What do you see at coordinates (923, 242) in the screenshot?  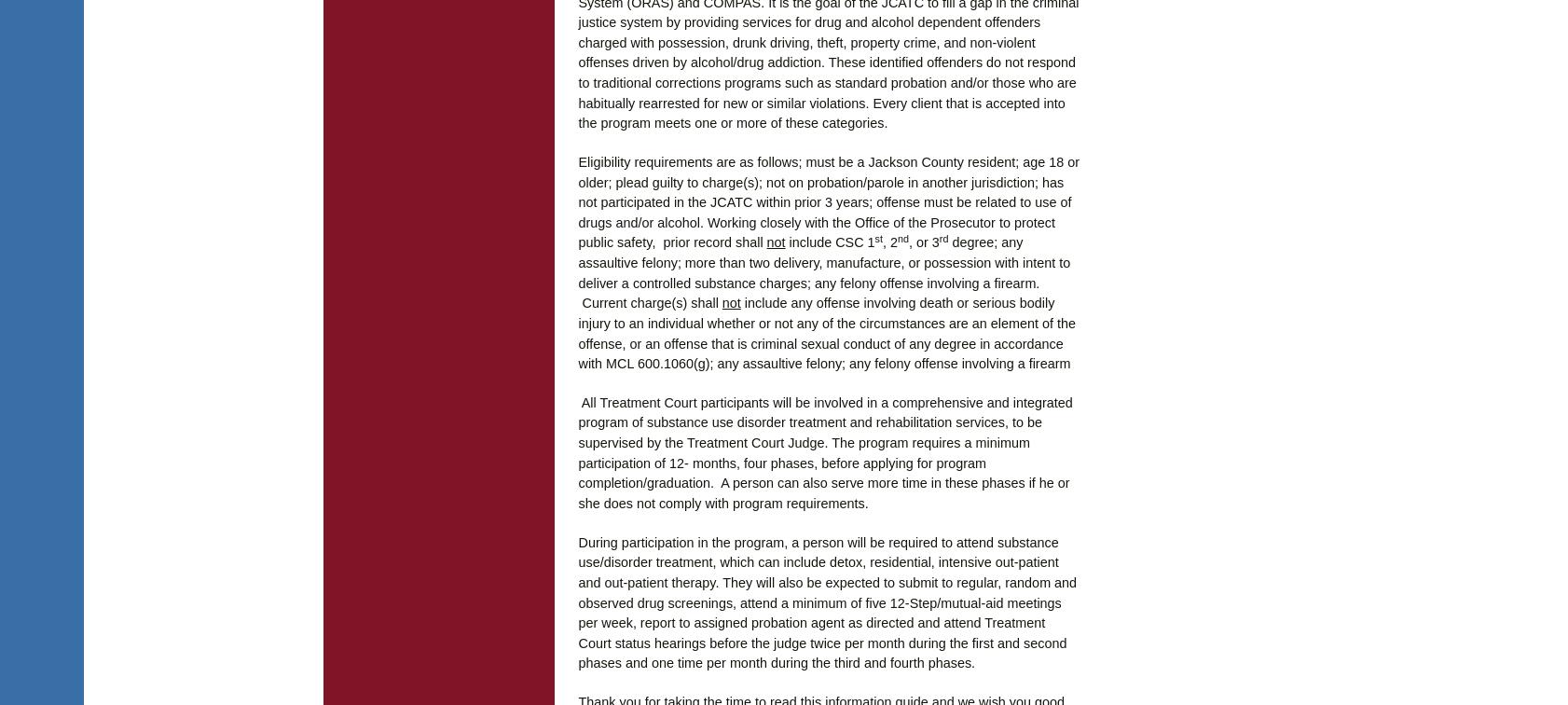 I see `', or 3'` at bounding box center [923, 242].